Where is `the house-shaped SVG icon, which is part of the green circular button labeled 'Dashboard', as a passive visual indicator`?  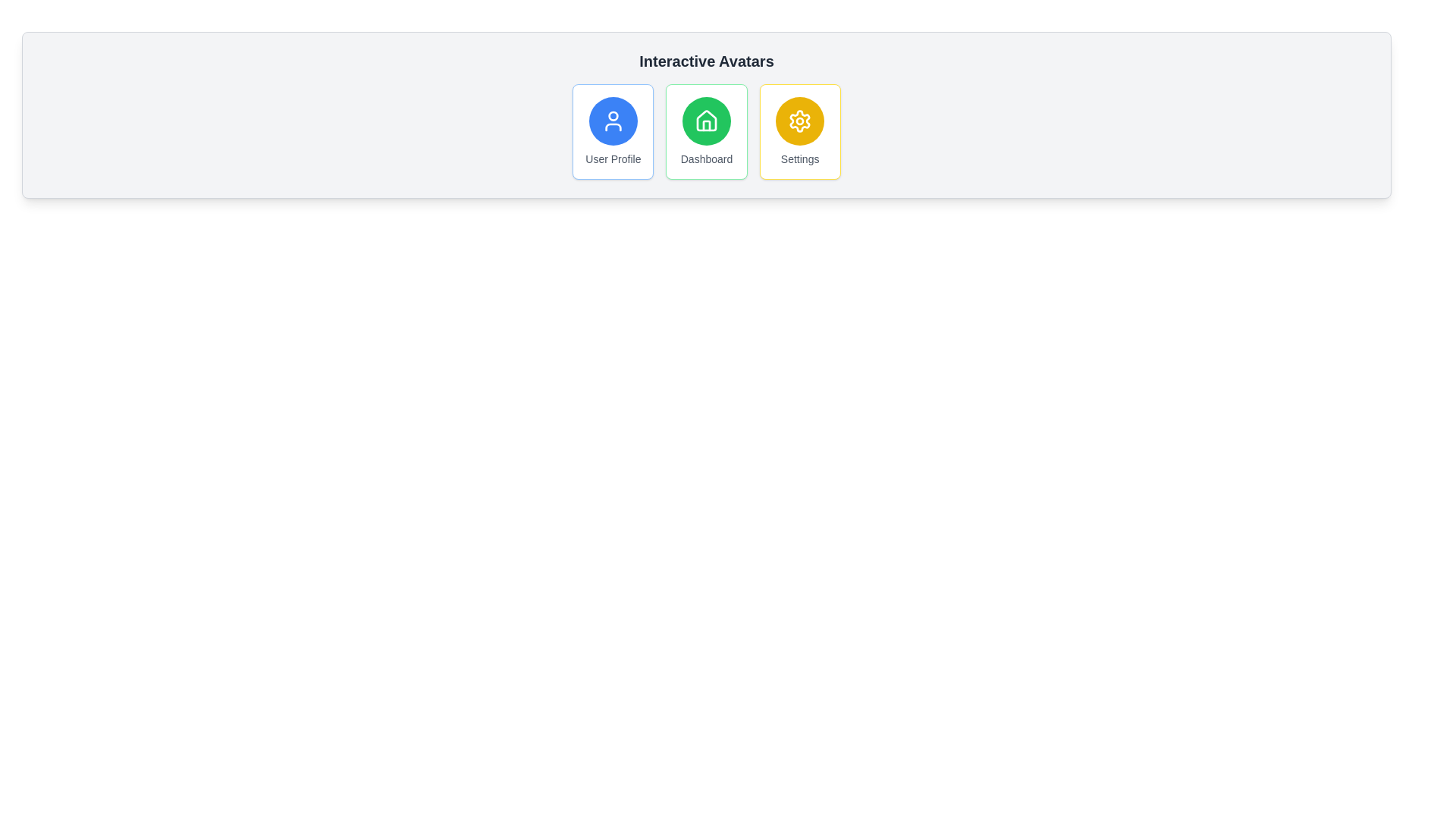
the house-shaped SVG icon, which is part of the green circular button labeled 'Dashboard', as a passive visual indicator is located at coordinates (705, 120).